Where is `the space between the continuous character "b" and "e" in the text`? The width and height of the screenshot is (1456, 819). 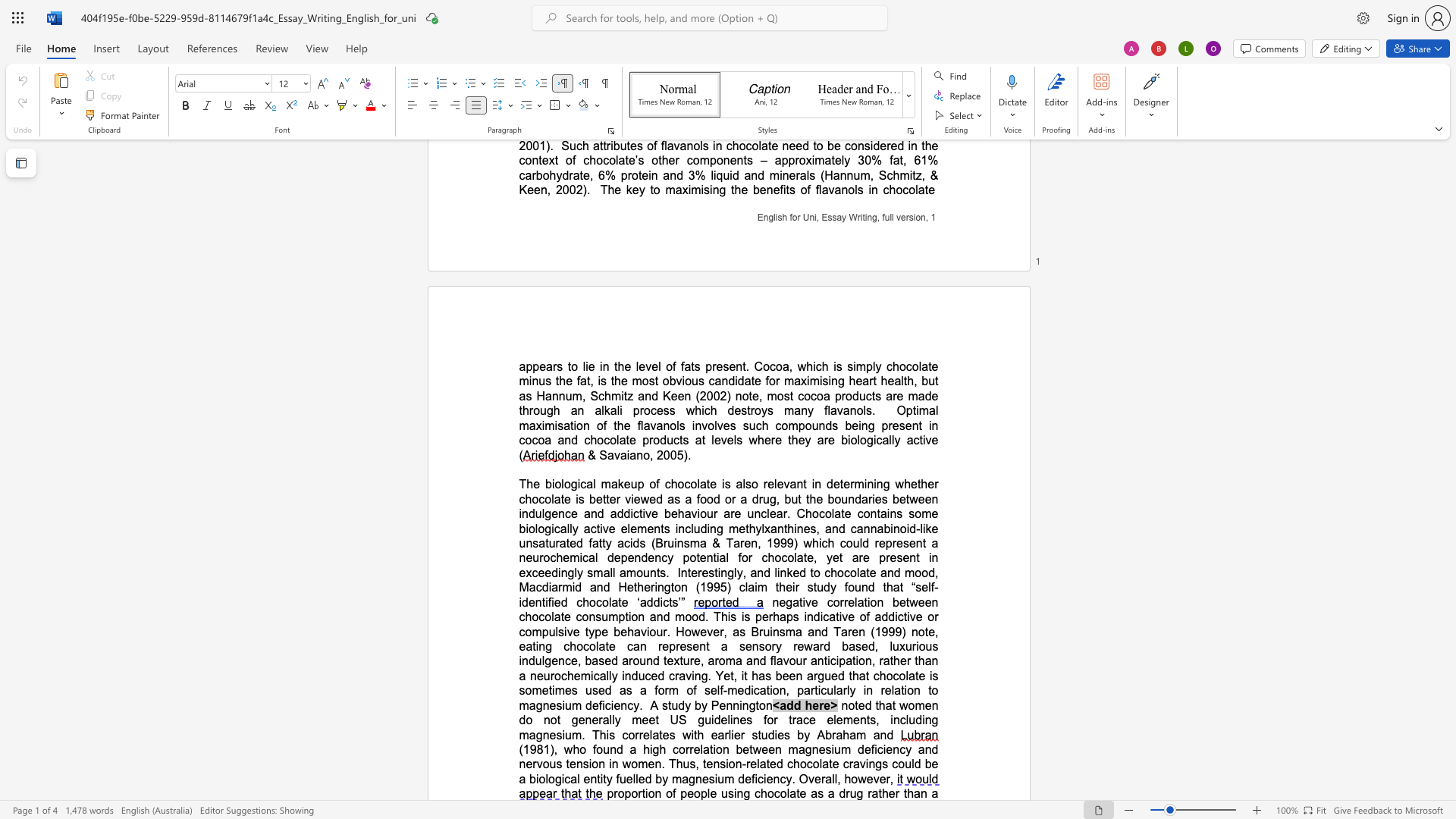
the space between the continuous character "b" and "e" in the text is located at coordinates (759, 189).